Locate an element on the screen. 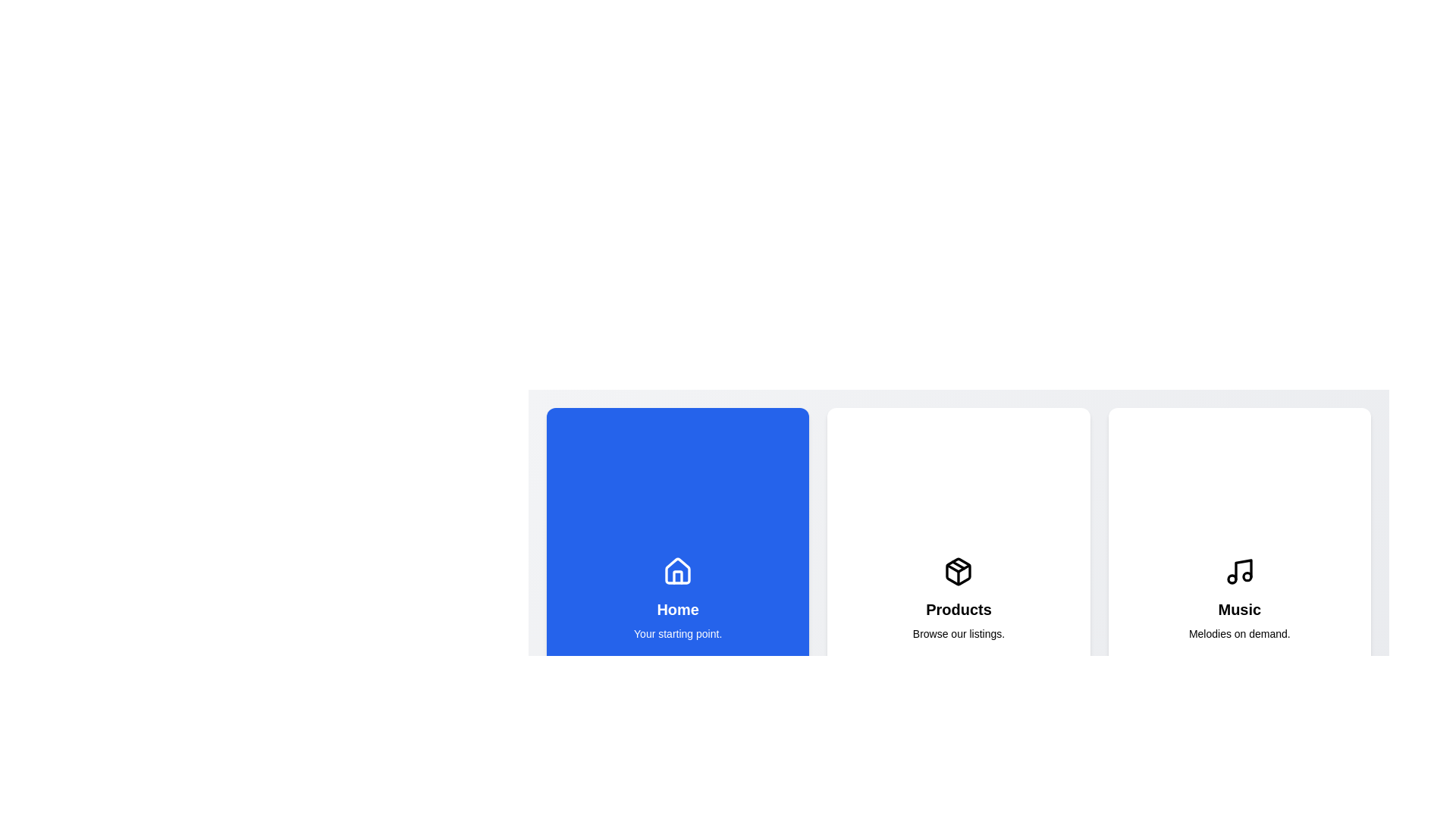 The width and height of the screenshot is (1456, 819). the section labeled Home to observe its visual changes is located at coordinates (676, 598).